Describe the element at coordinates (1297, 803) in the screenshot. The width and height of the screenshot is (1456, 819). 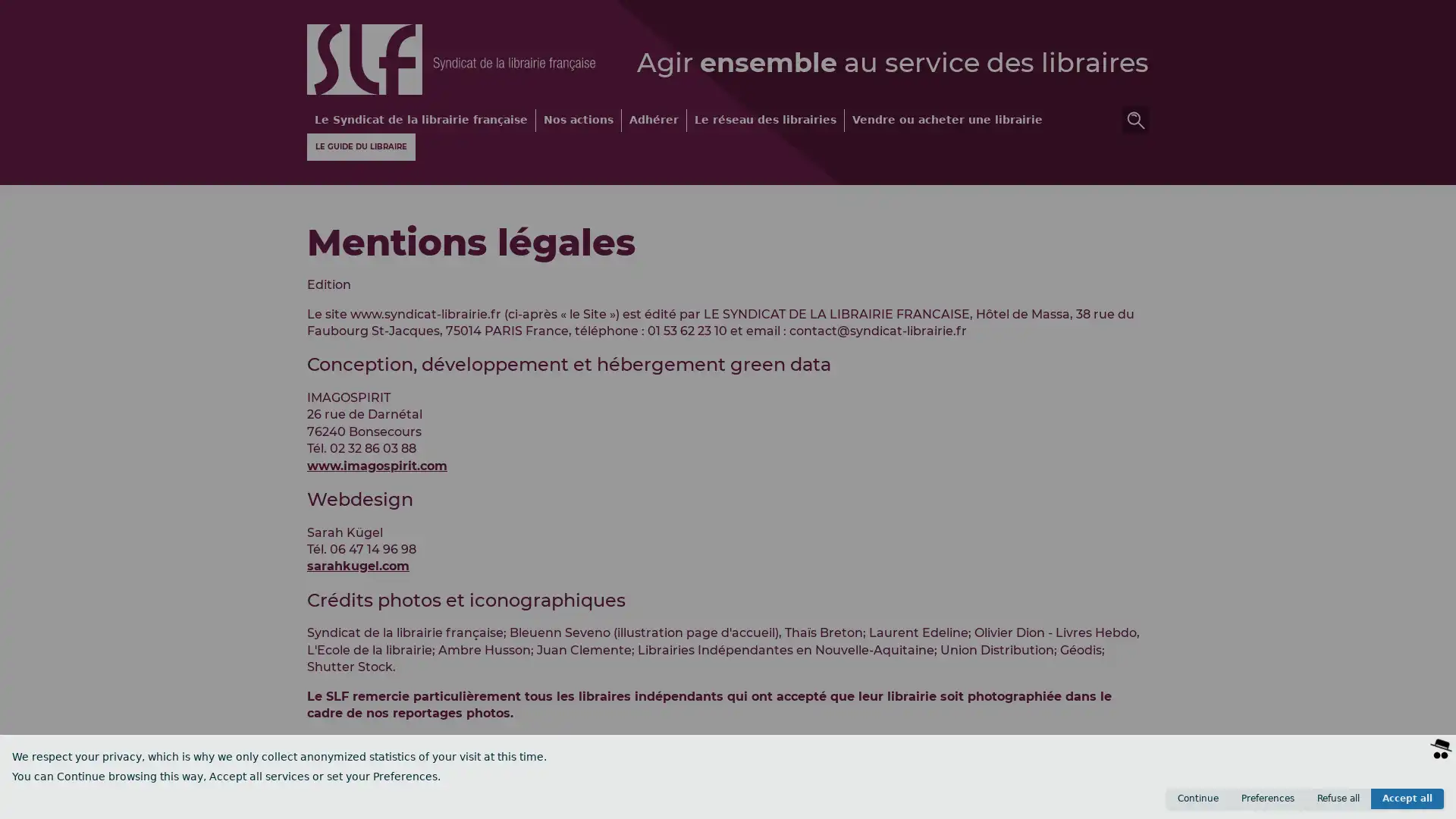
I see `Anonymous` at that location.